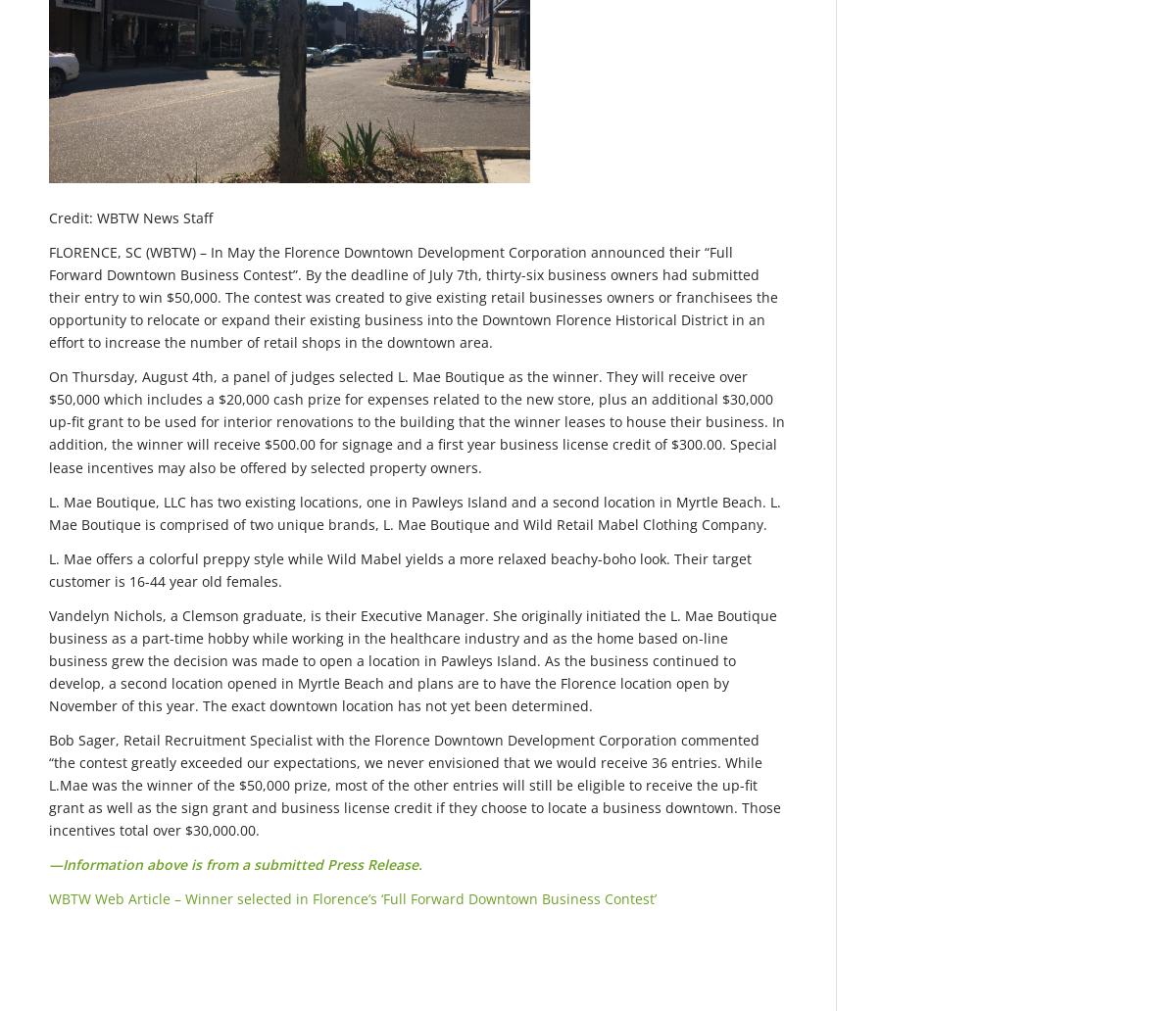  Describe the element at coordinates (415, 512) in the screenshot. I see `'L. Mae Boutique, LLC has two existing locations, one in Pawleys Island and a second location in Myrtle Beach. L. Mae Boutique is comprised of two unique brands, L. Mae Boutique and Wild Retail Mabel Clothing Company.'` at that location.